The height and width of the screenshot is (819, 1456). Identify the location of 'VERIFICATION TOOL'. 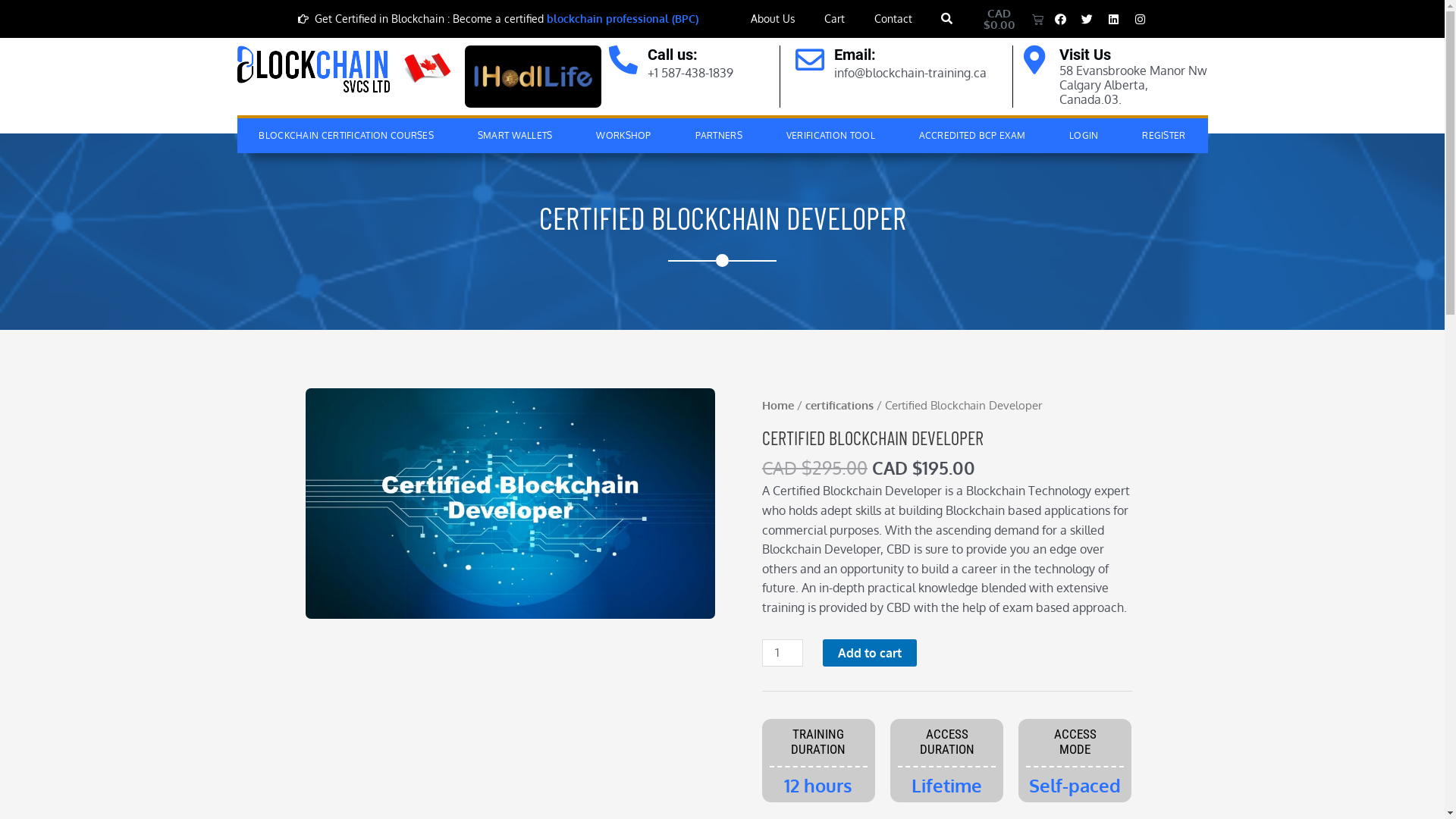
(830, 134).